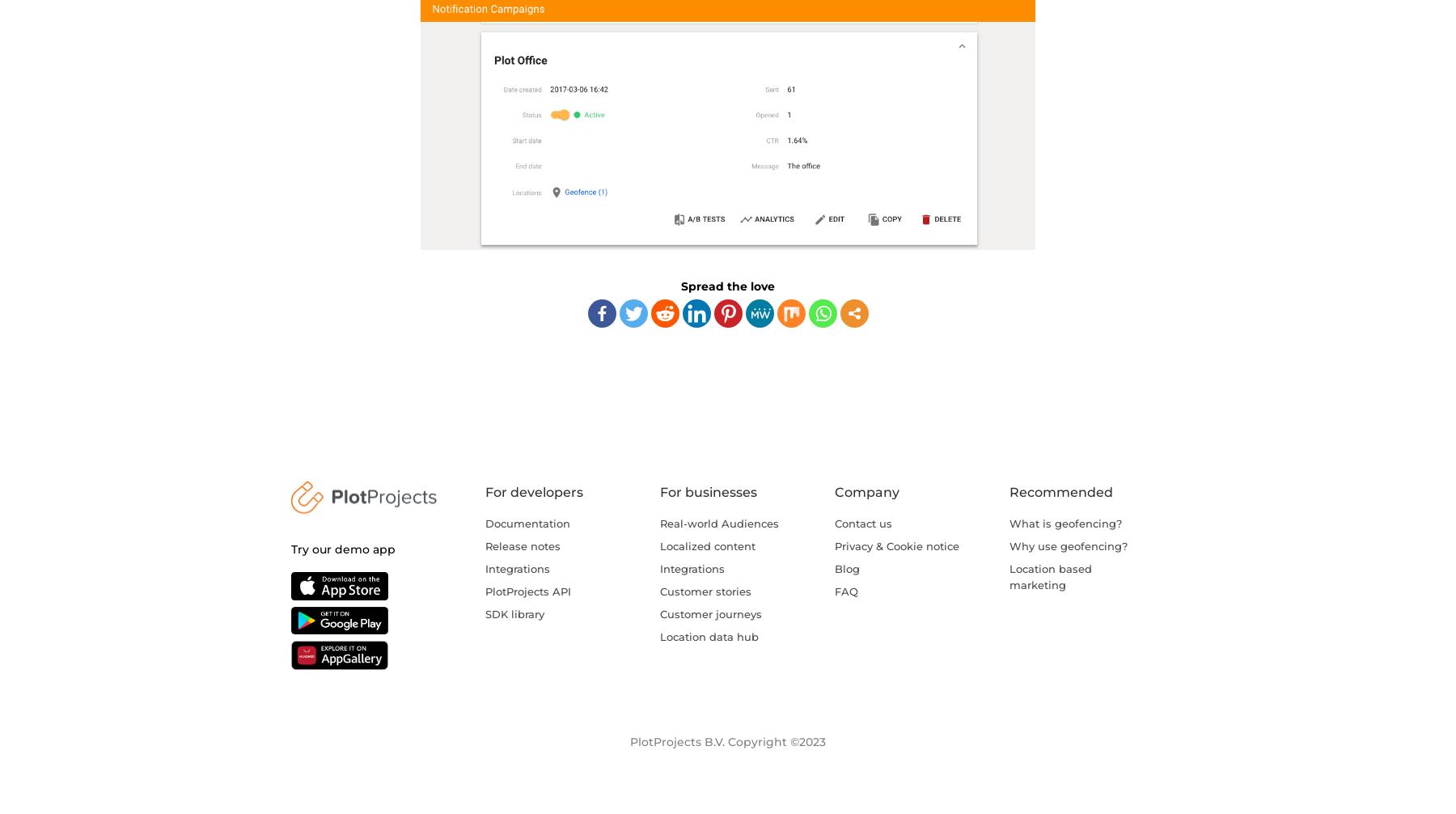 The image size is (1456, 814). What do you see at coordinates (710, 613) in the screenshot?
I see `'Customer journeys'` at bounding box center [710, 613].